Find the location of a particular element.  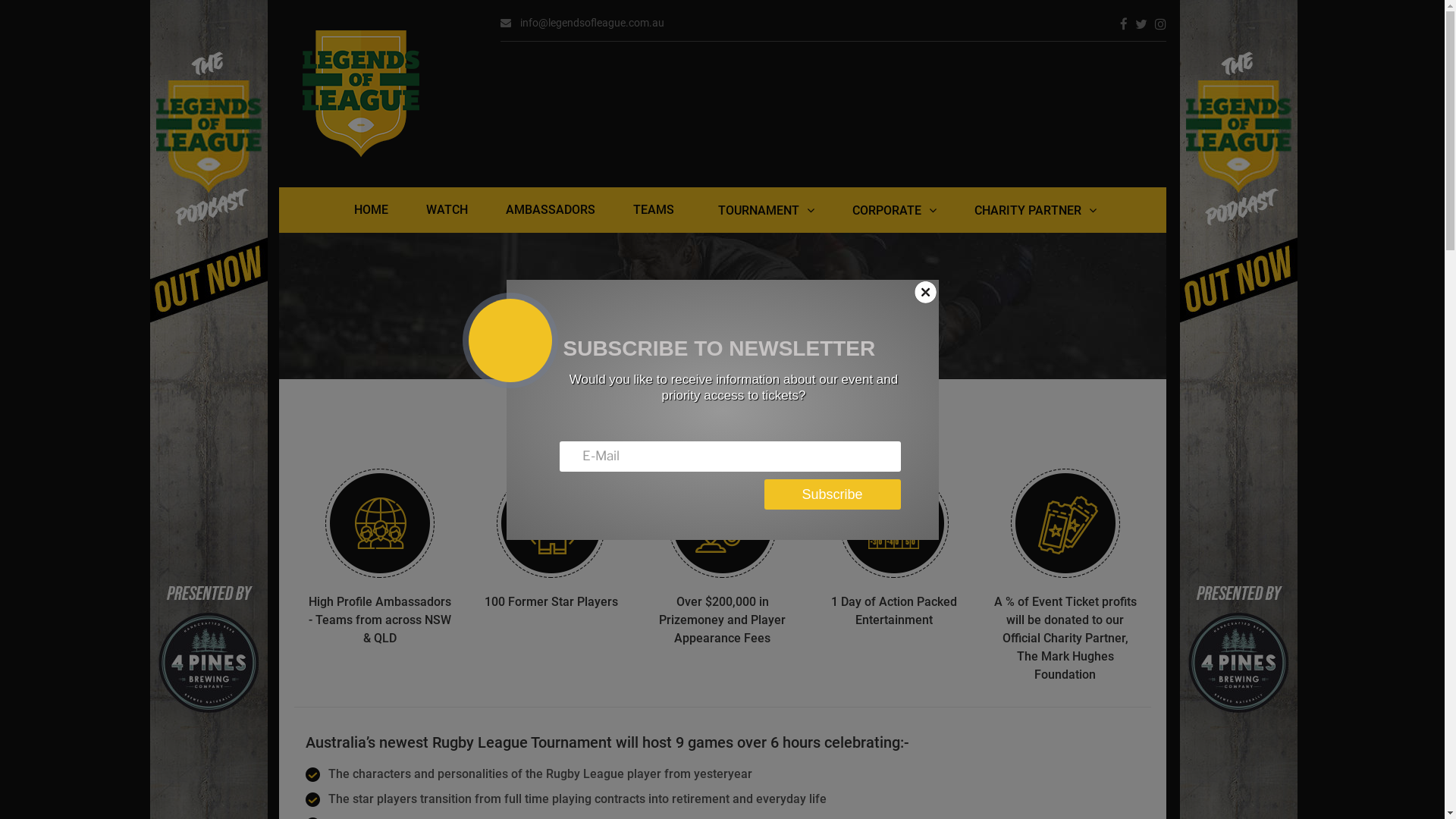

'TEAMS' is located at coordinates (654, 210).